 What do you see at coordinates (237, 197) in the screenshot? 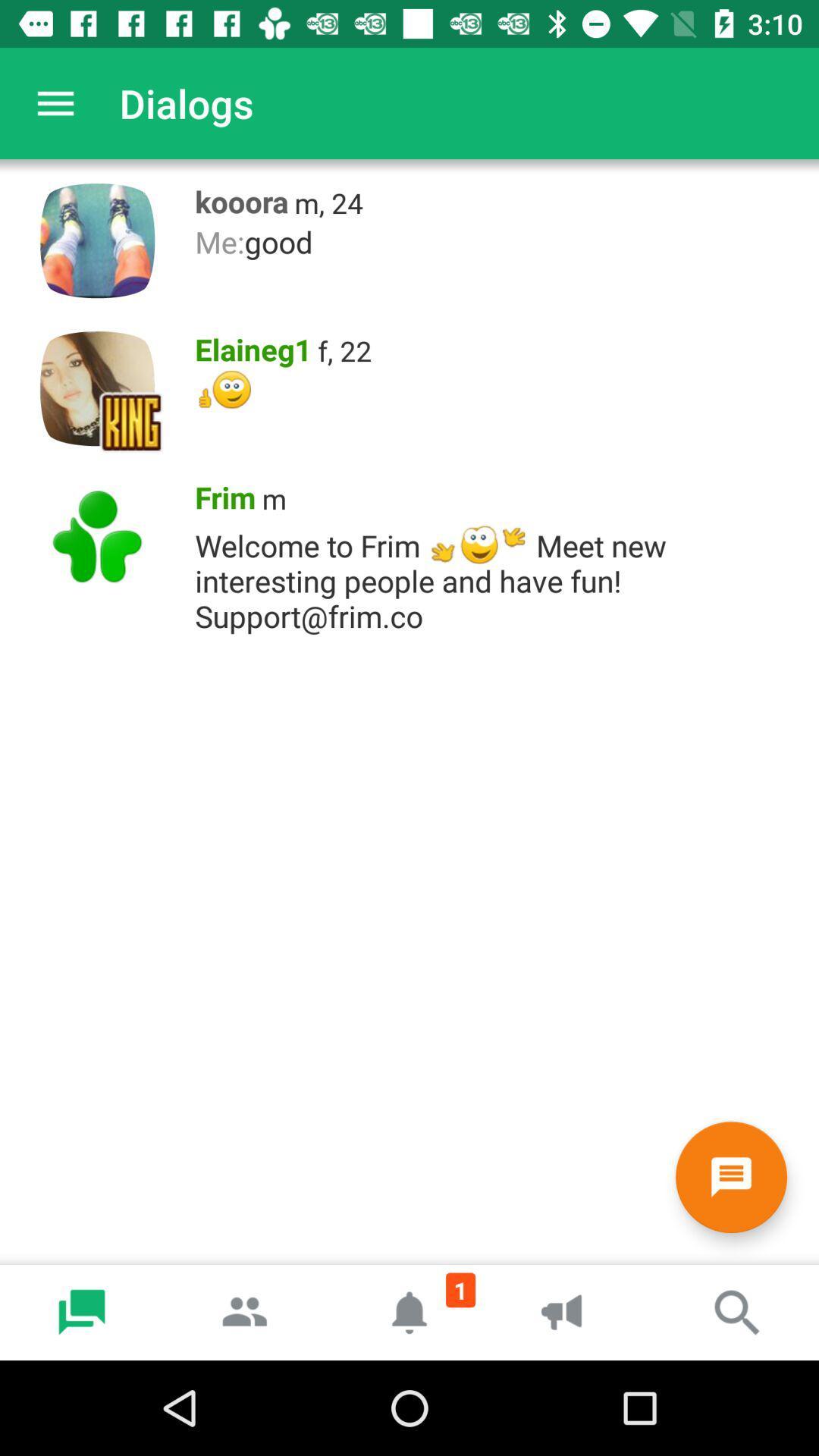
I see `icon next to the m, 24` at bounding box center [237, 197].